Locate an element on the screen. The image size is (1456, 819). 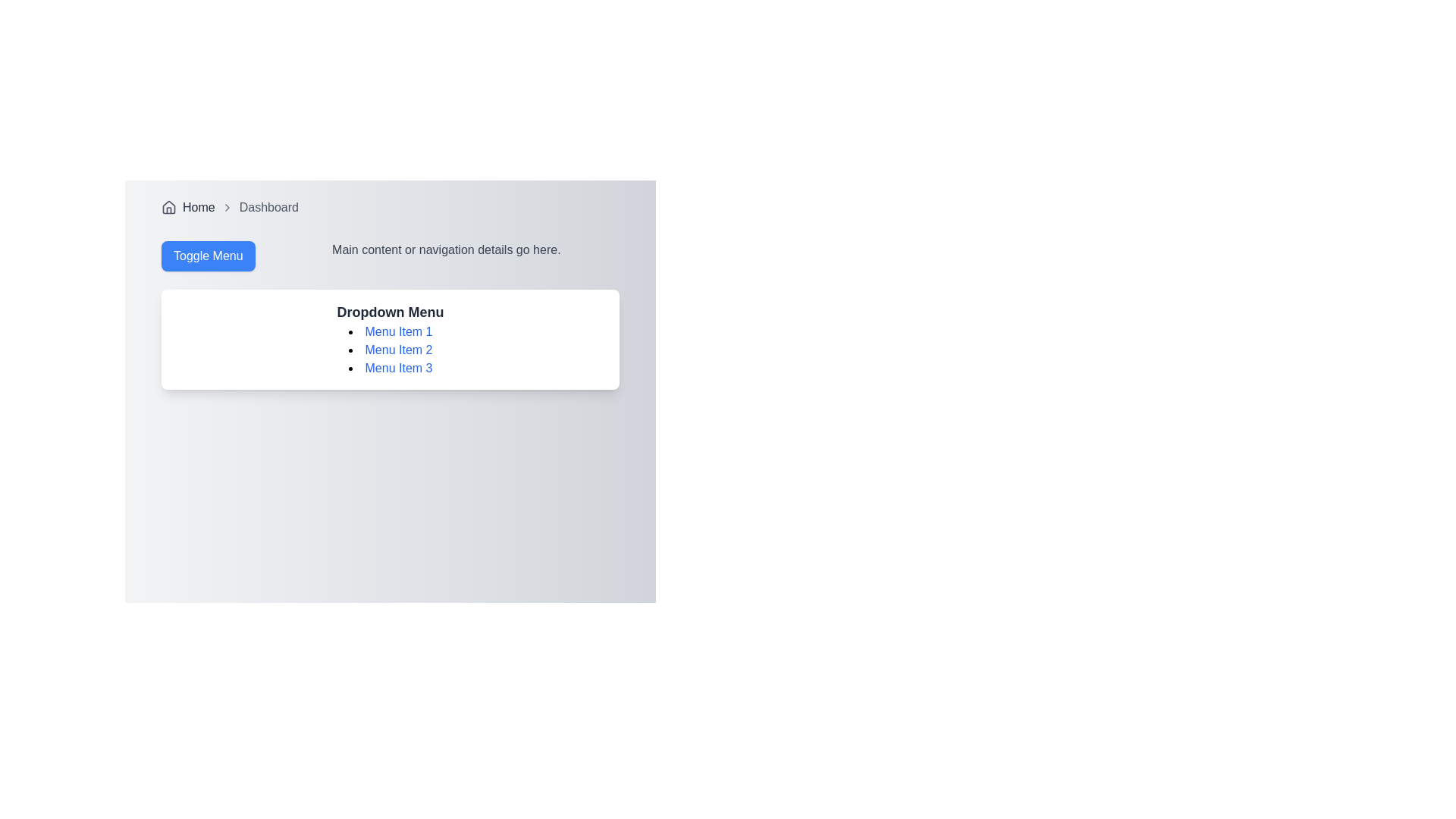
the text display element that shows 'Main content or navigation details go here.' which is styled in gray and located to the right of the 'Toggle Menu' button is located at coordinates (445, 256).